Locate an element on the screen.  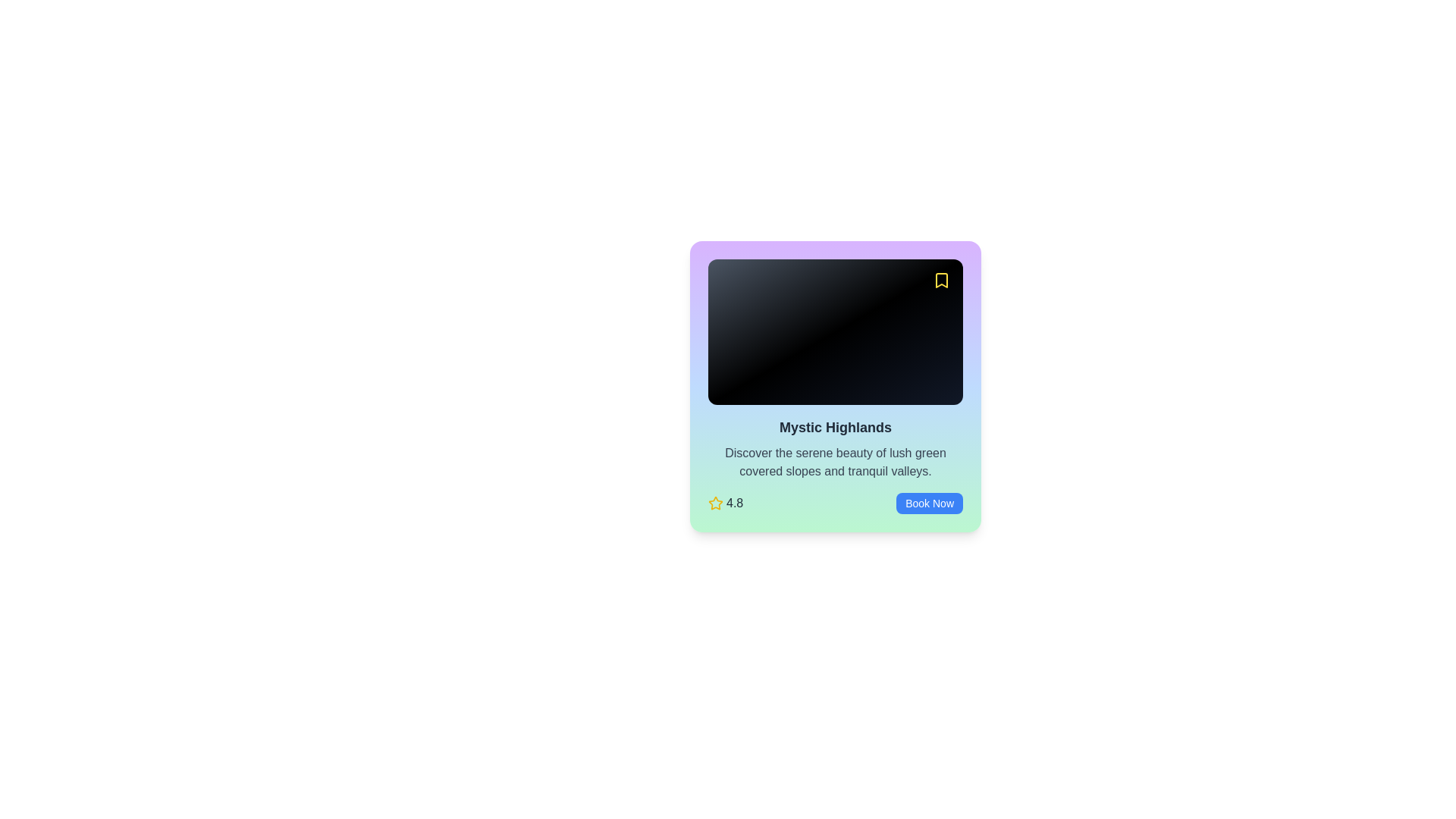
the star icon indicating a rating of 4.8, which is positioned to the left of the text label within the UI card is located at coordinates (715, 503).